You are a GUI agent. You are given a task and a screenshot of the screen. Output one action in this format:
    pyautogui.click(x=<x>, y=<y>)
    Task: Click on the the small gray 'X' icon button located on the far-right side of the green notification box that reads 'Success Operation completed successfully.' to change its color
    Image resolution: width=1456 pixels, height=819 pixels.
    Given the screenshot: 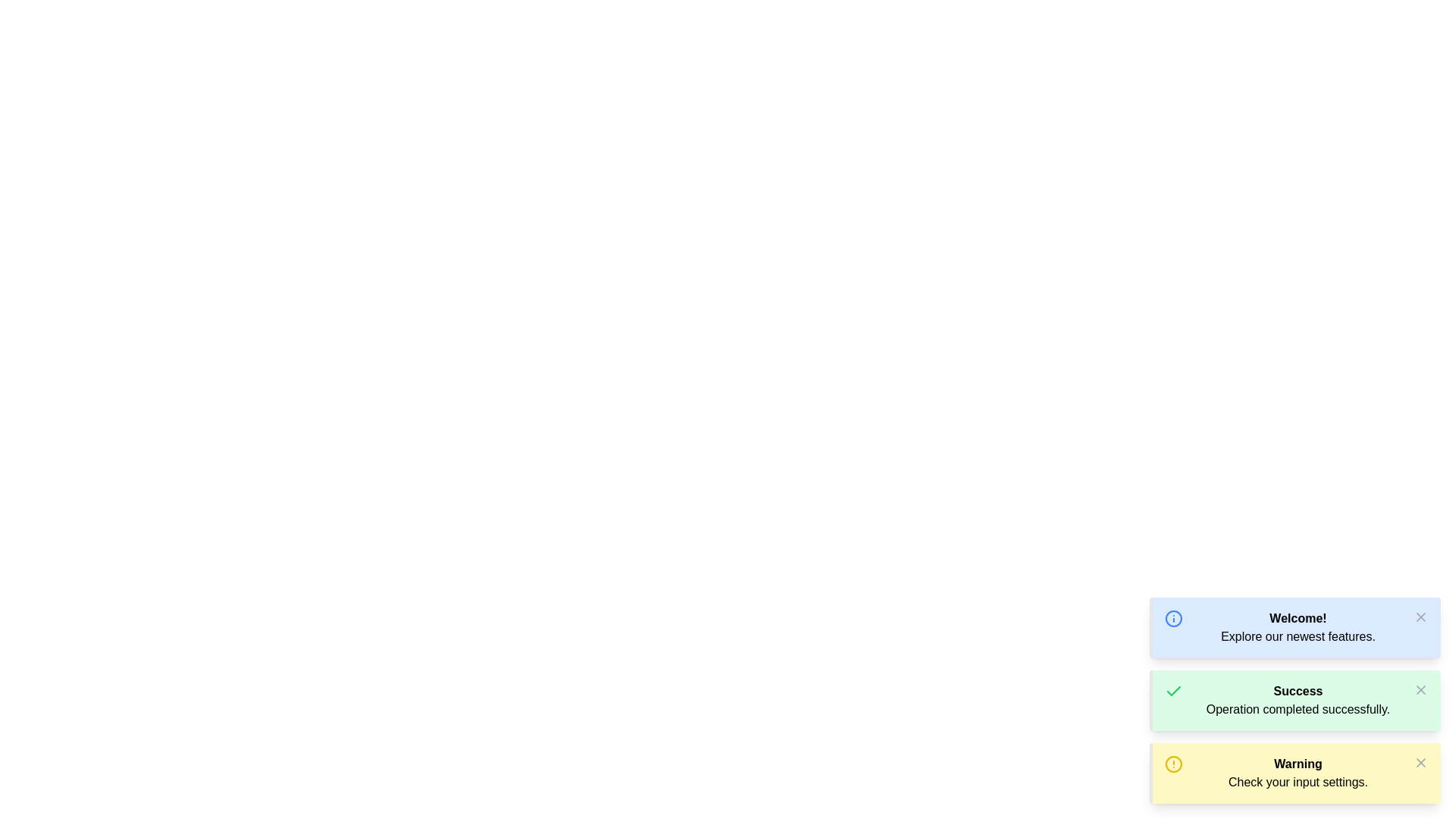 What is the action you would take?
    pyautogui.click(x=1420, y=690)
    